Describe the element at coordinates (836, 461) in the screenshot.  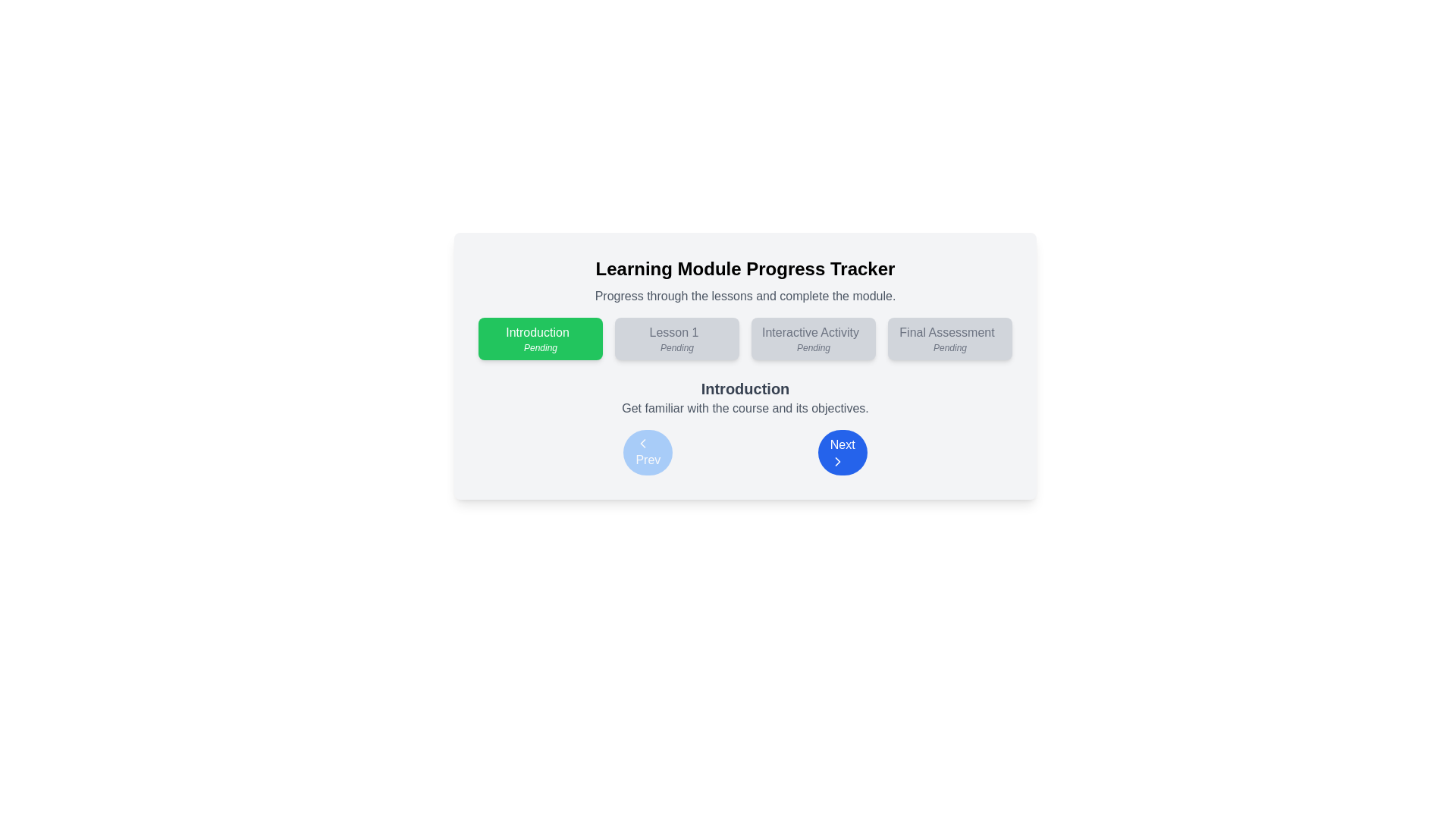
I see `the SVG icon embedded in the 'Next' button, which is located on the lower right side of the interface, signaling forward navigation` at that location.